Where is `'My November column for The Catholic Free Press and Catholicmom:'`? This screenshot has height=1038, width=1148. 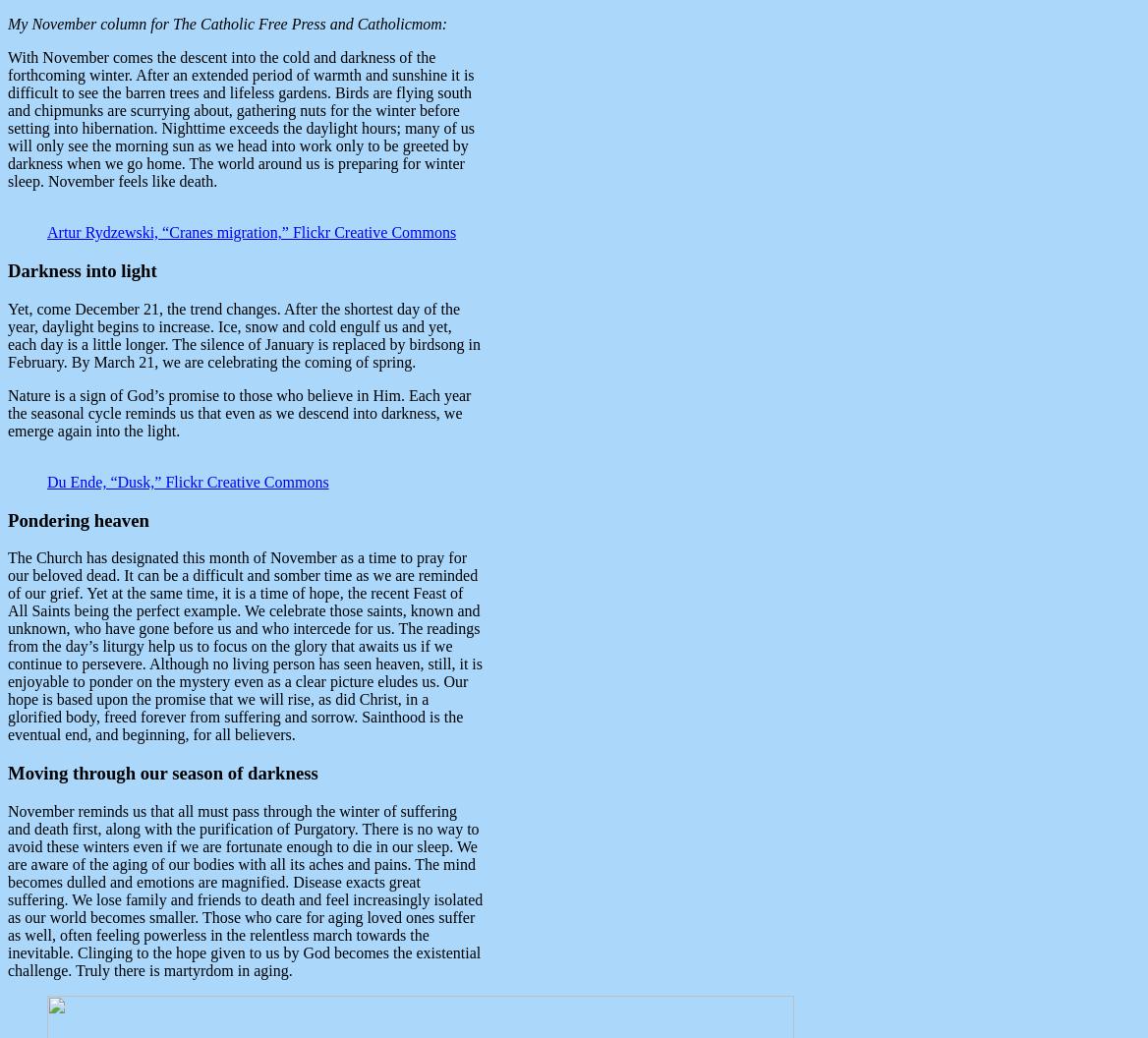
'My November column for The Catholic Free Press and Catholicmom:' is located at coordinates (226, 24).